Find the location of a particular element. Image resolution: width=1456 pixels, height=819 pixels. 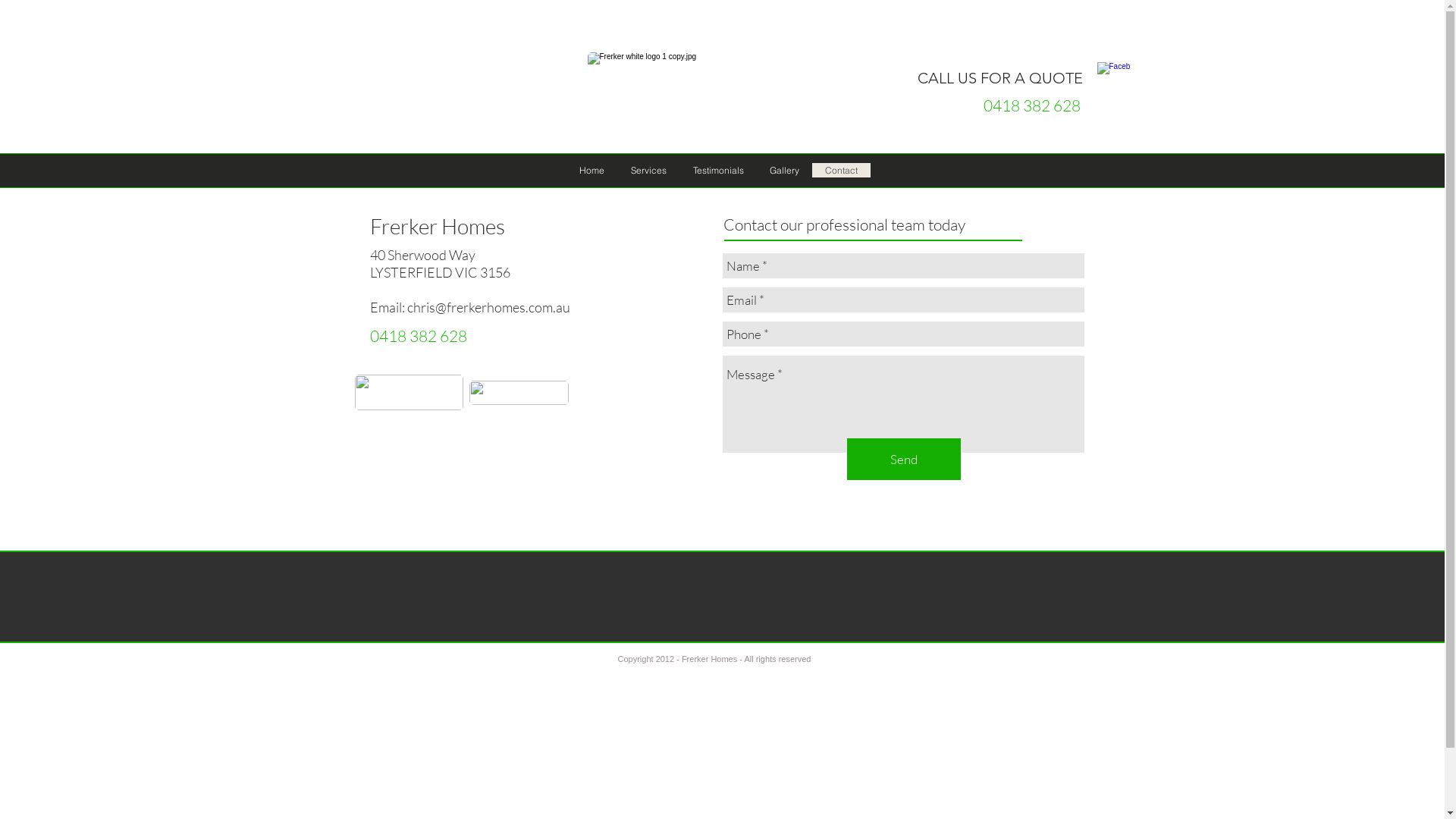

'chris@frerkerhomes.com.au' is located at coordinates (488, 307).